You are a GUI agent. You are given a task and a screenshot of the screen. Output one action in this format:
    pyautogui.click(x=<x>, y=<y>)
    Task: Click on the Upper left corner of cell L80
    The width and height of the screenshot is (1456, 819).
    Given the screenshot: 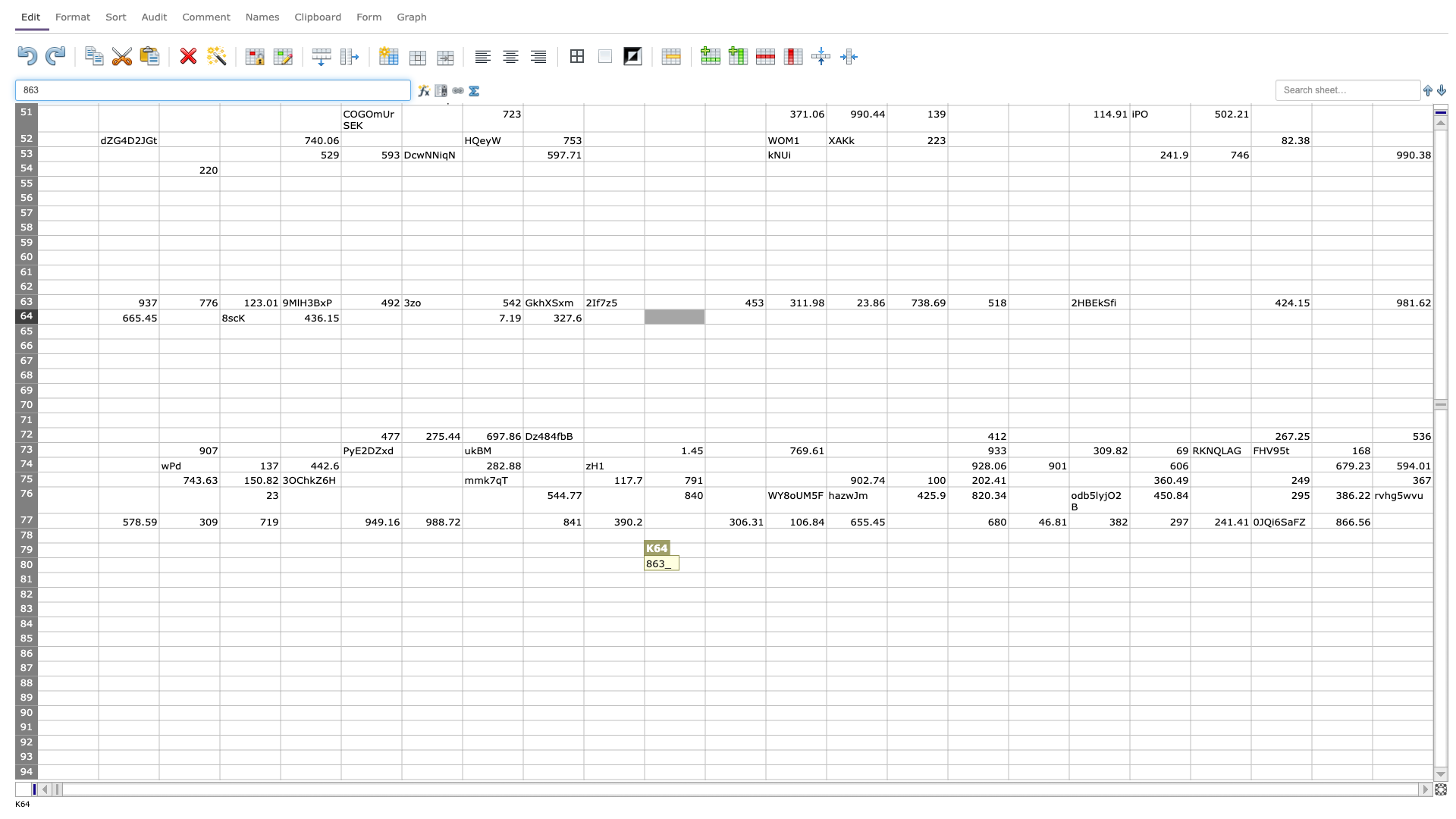 What is the action you would take?
    pyautogui.click(x=704, y=557)
    